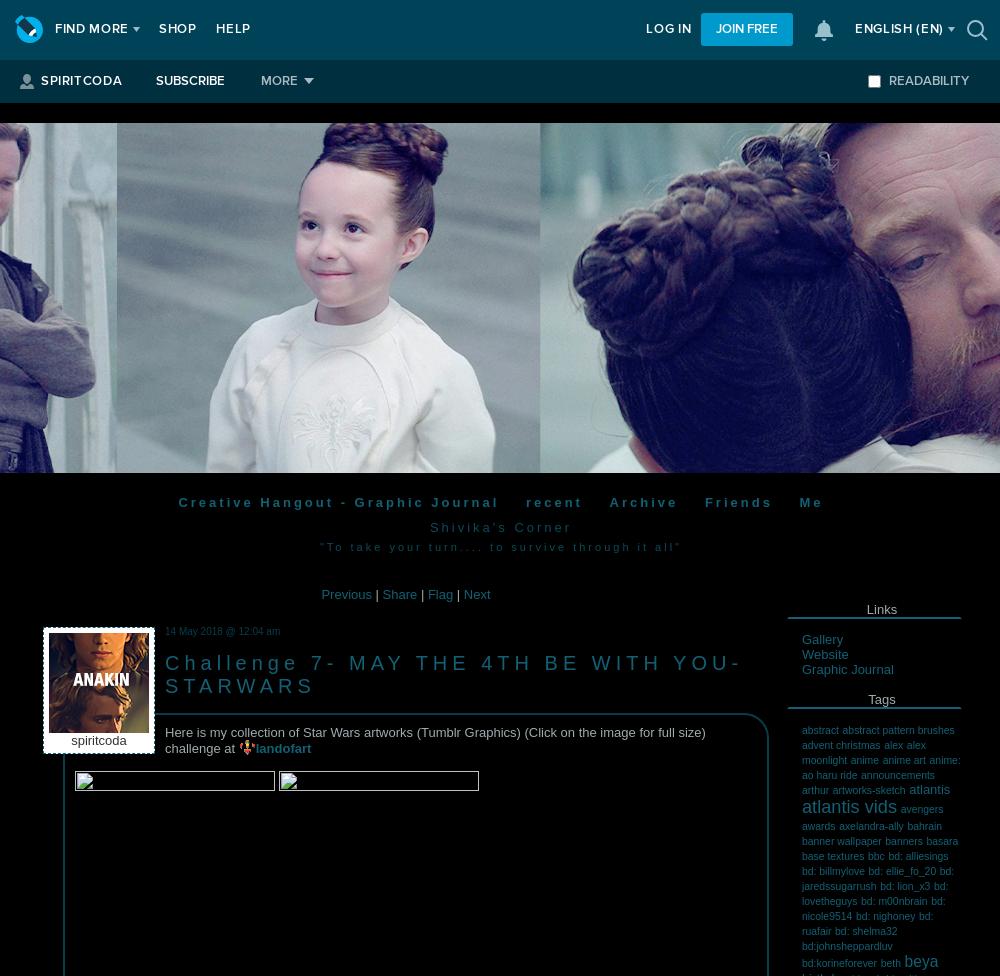 The height and width of the screenshot is (976, 1000). I want to click on 'Website', so click(802, 653).